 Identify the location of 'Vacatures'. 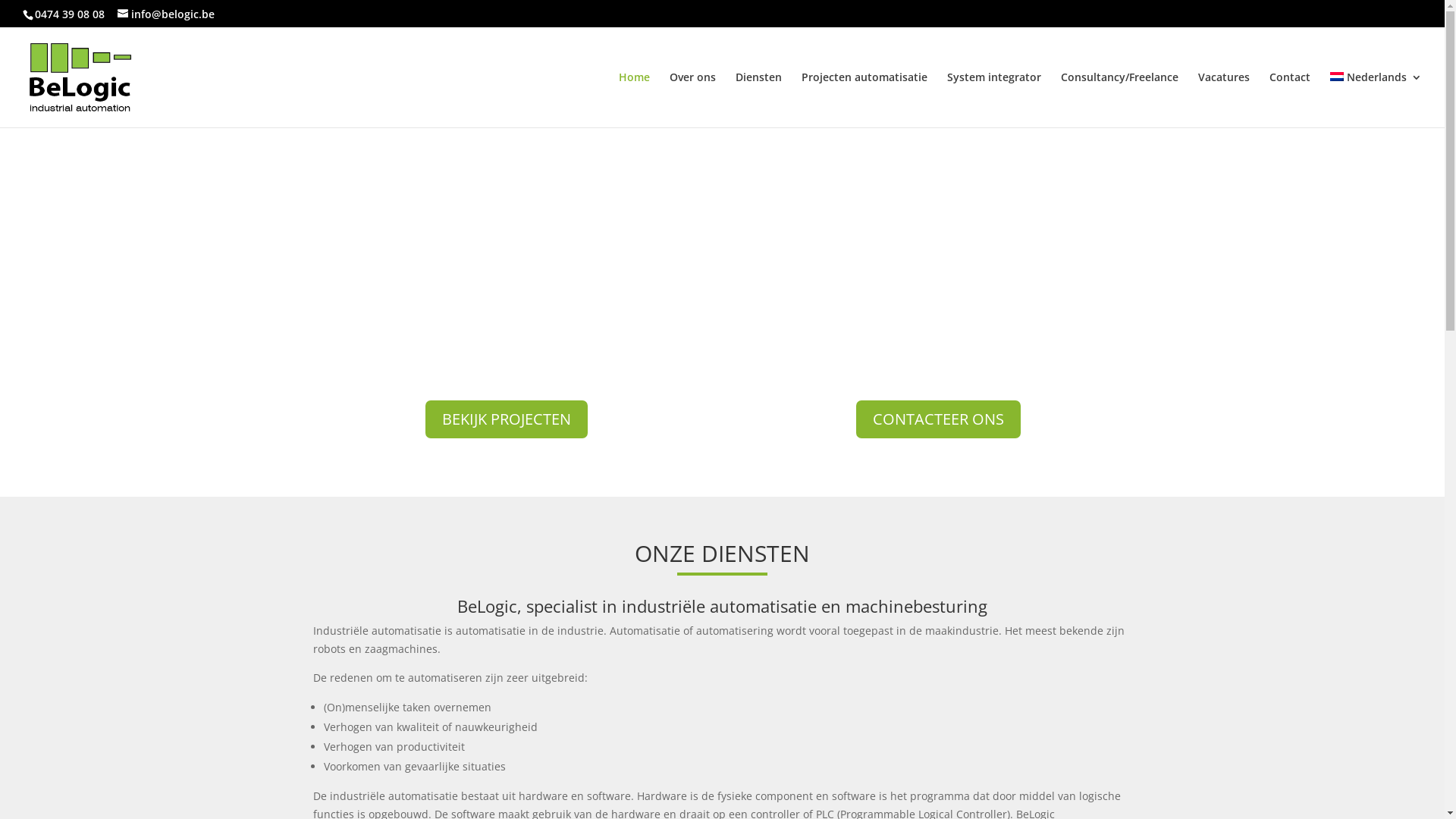
(1223, 99).